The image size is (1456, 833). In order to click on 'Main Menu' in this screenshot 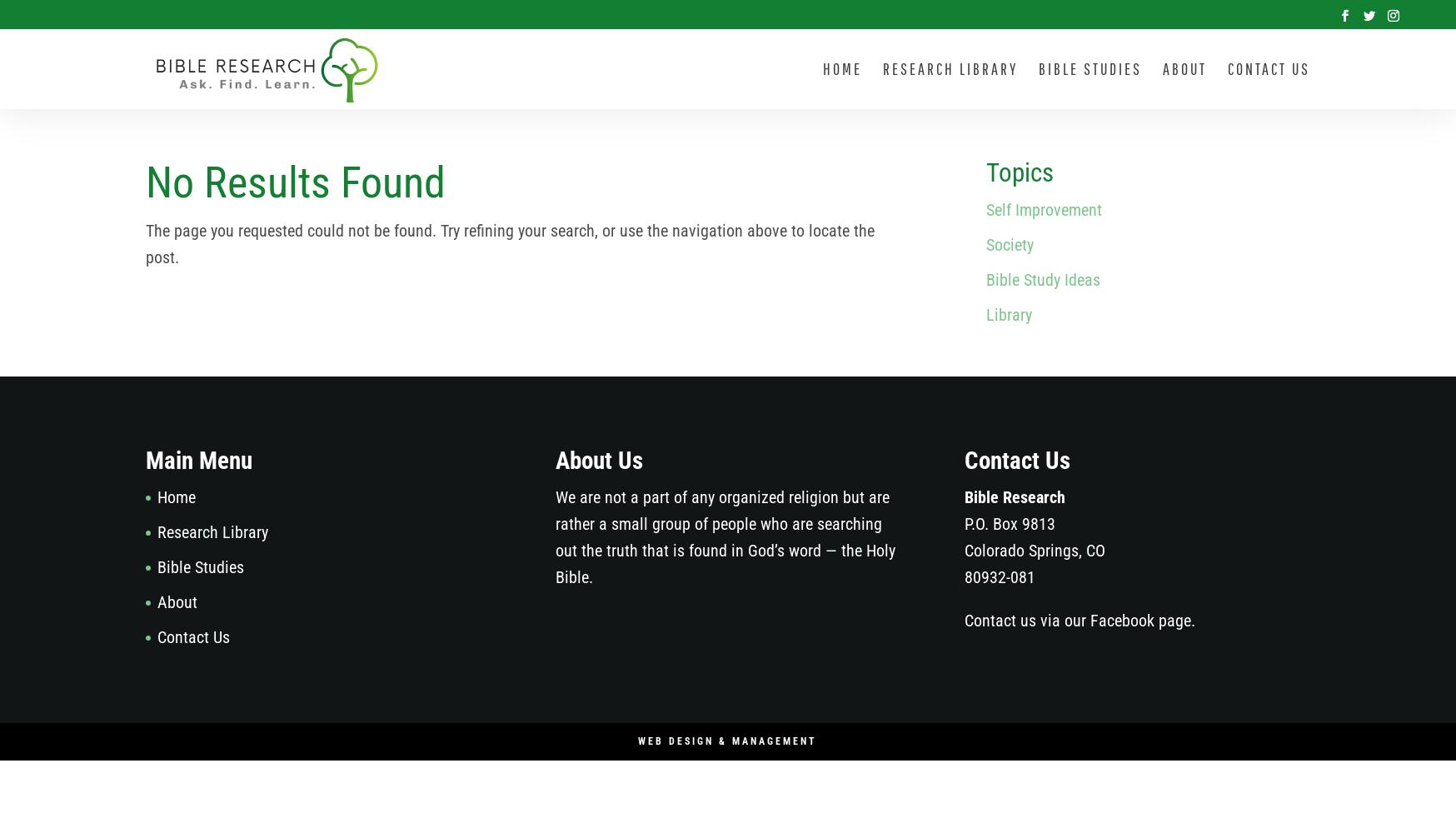, I will do `click(198, 461)`.